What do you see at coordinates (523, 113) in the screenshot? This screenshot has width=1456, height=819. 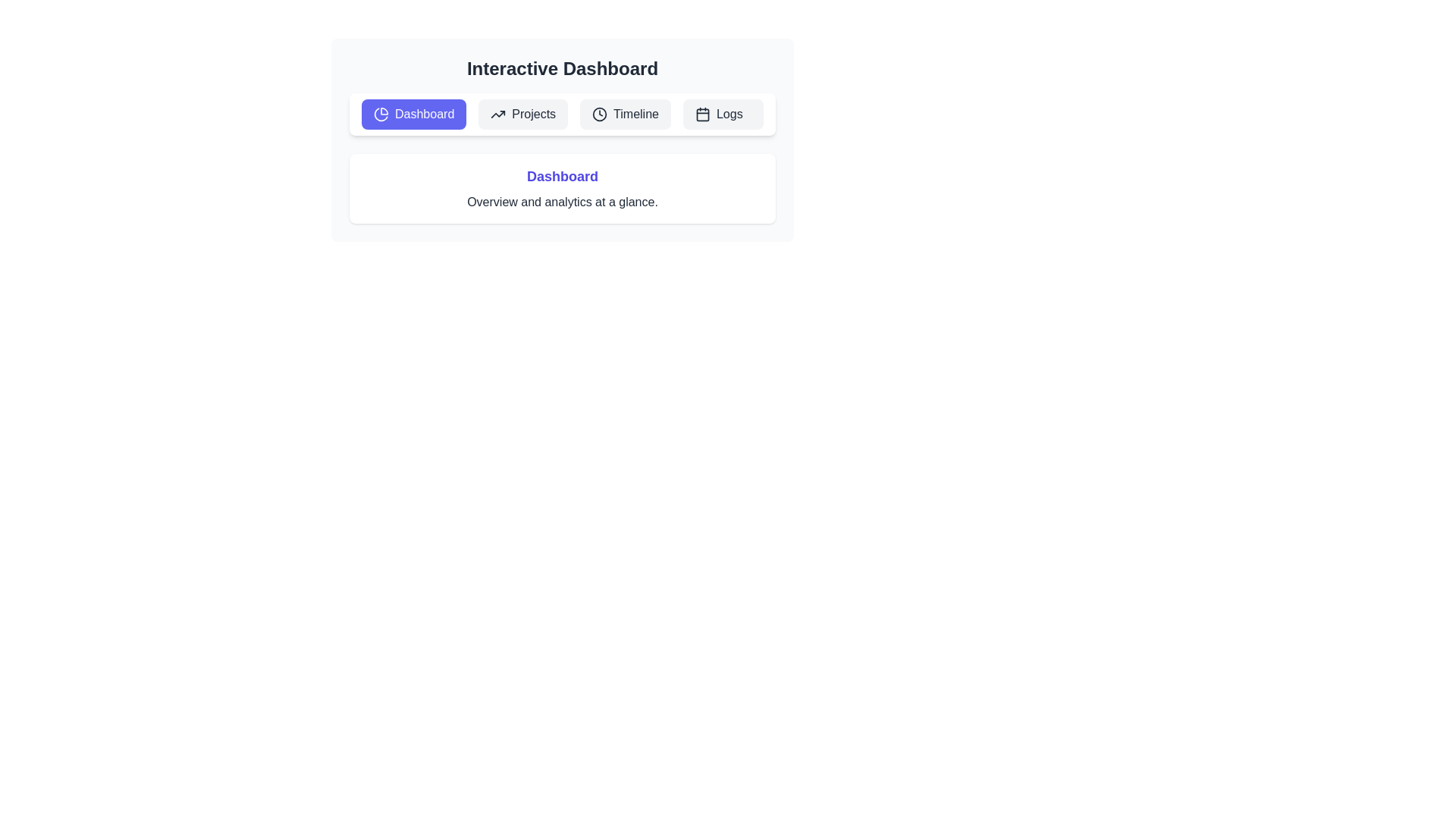 I see `the 'Projects' navigation button located in the horizontal navigation bar, which is the second item` at bounding box center [523, 113].